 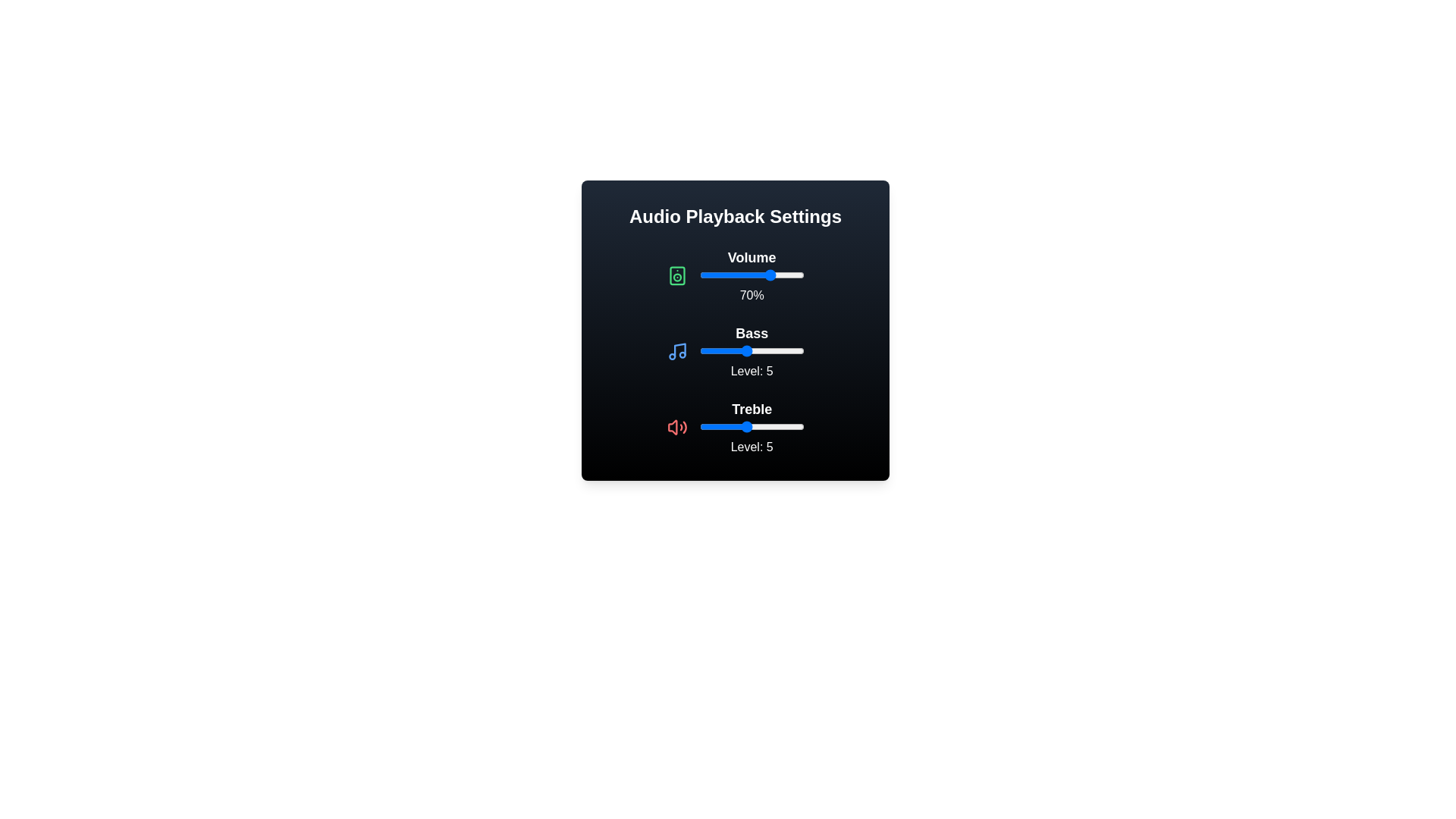 What do you see at coordinates (748, 275) in the screenshot?
I see `the volume slider` at bounding box center [748, 275].